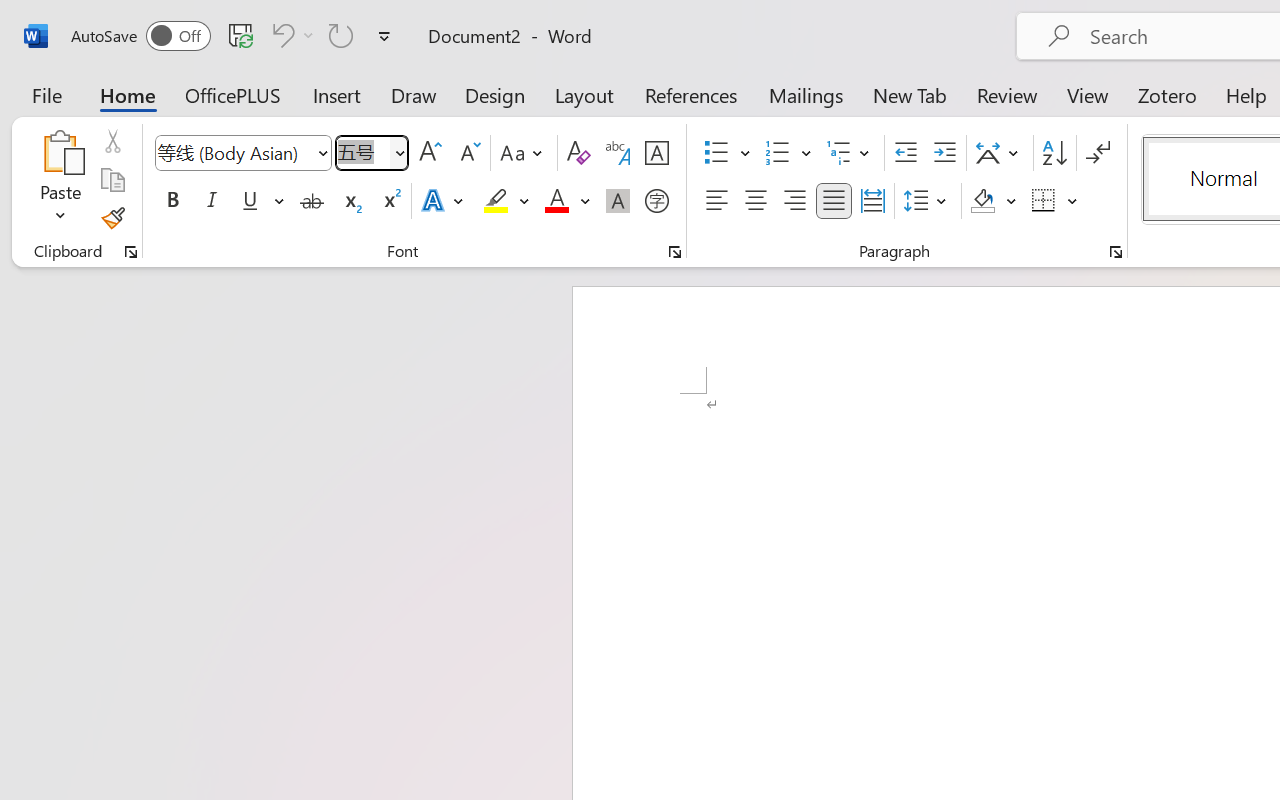  Describe the element at coordinates (60, 151) in the screenshot. I see `'Paste'` at that location.